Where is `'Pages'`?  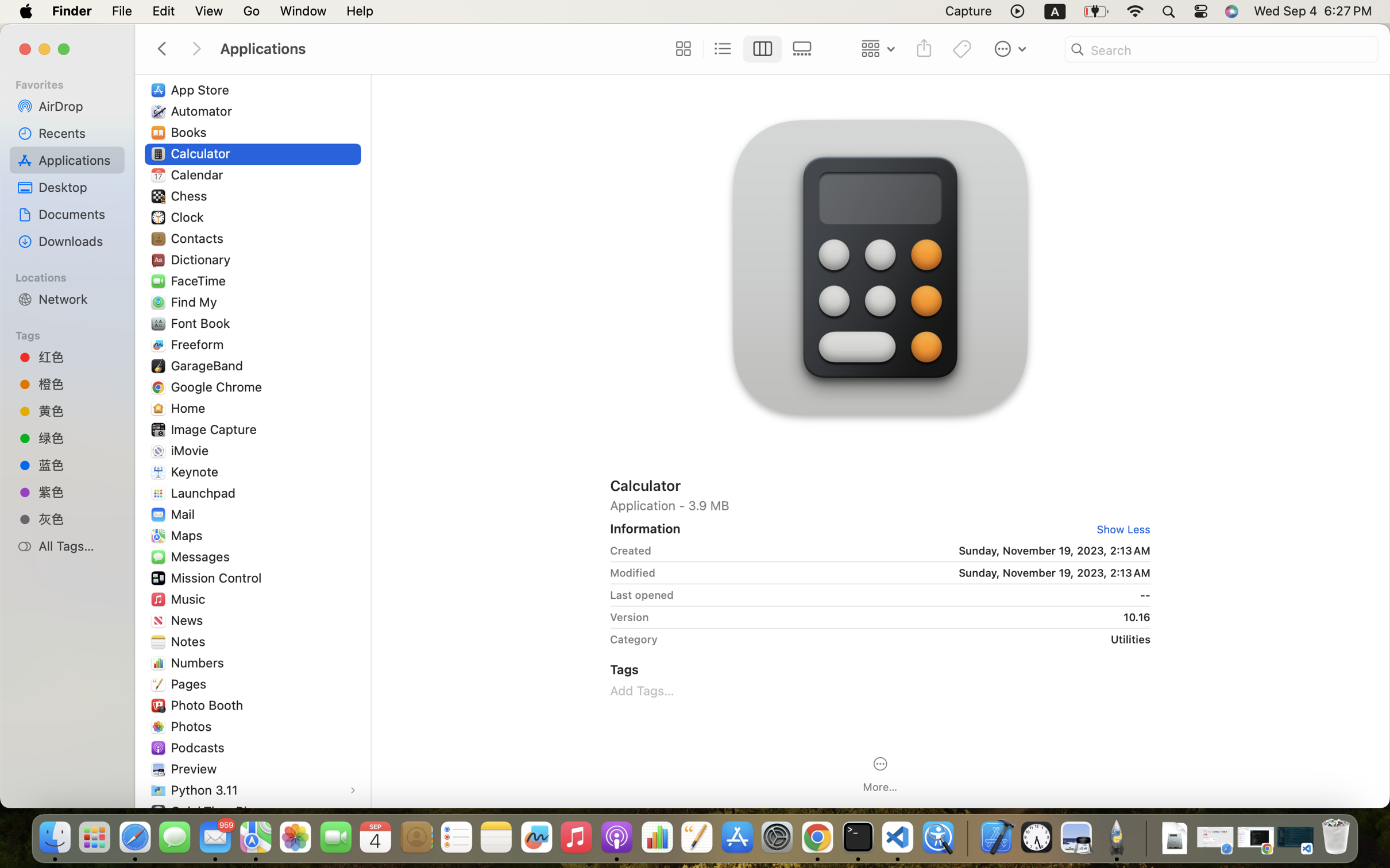 'Pages' is located at coordinates (190, 683).